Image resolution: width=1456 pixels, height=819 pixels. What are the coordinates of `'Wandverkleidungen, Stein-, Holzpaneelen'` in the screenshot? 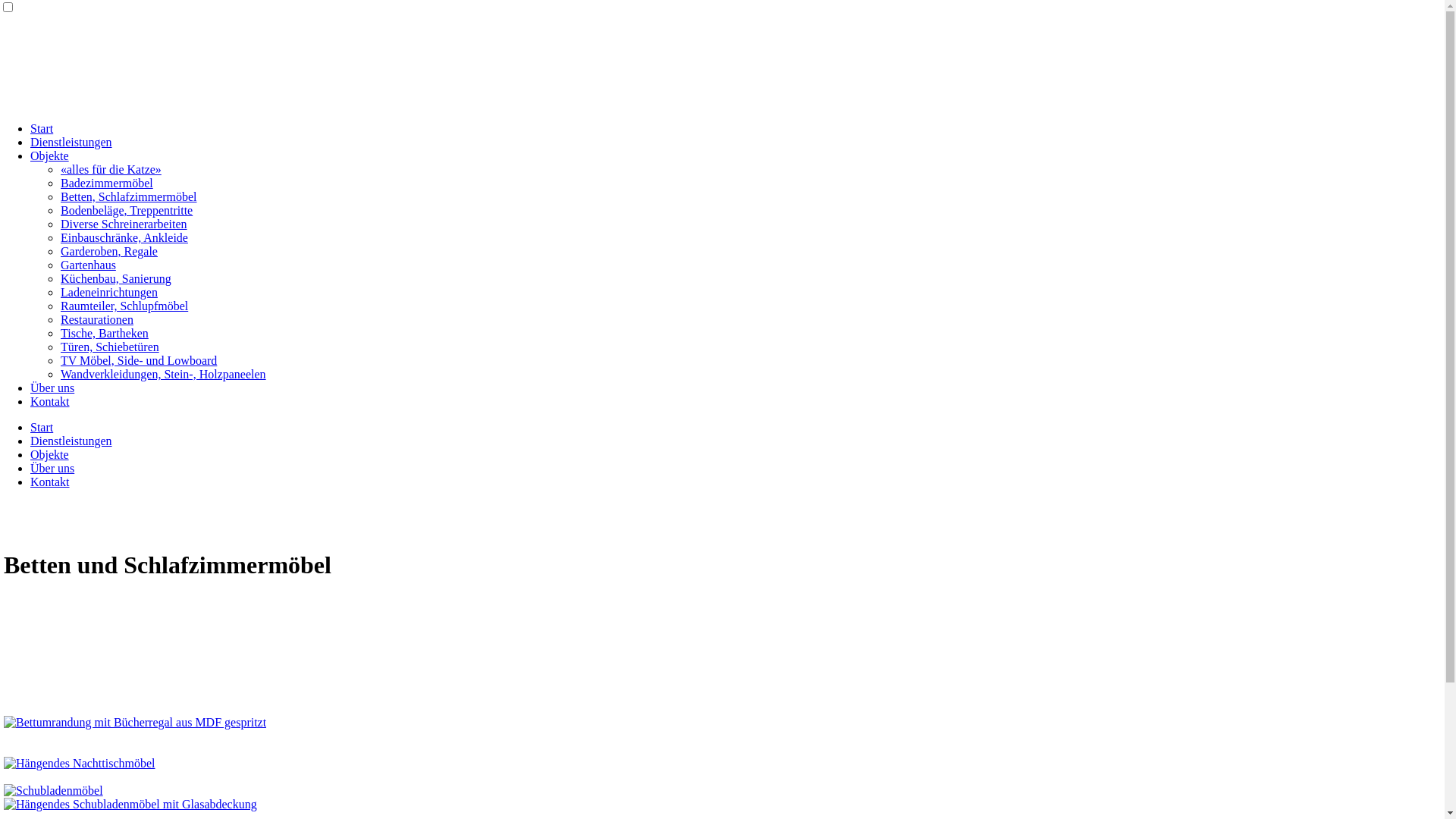 It's located at (163, 374).